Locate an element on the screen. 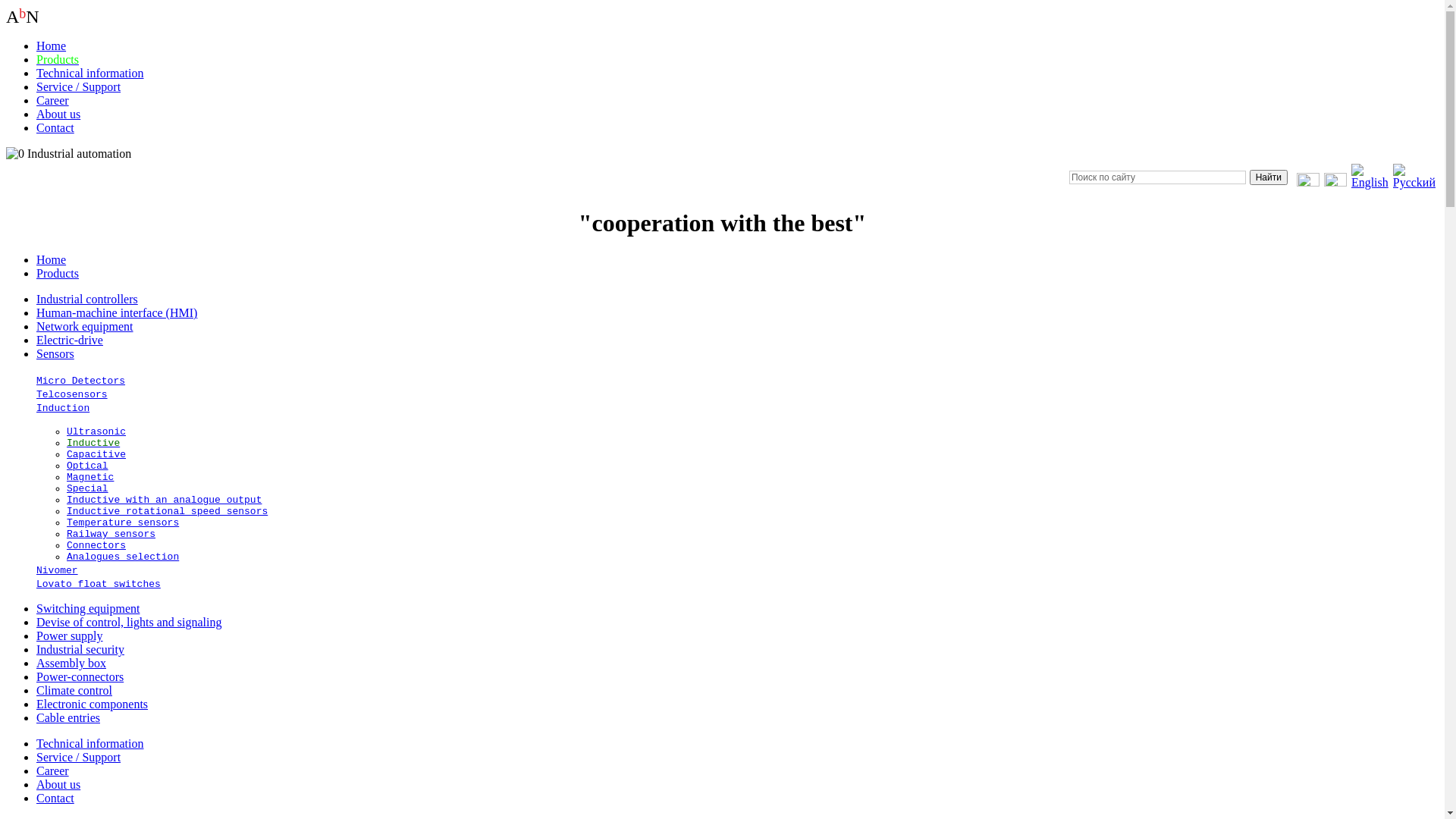 This screenshot has height=819, width=1456. 'Network equipment' is located at coordinates (83, 325).